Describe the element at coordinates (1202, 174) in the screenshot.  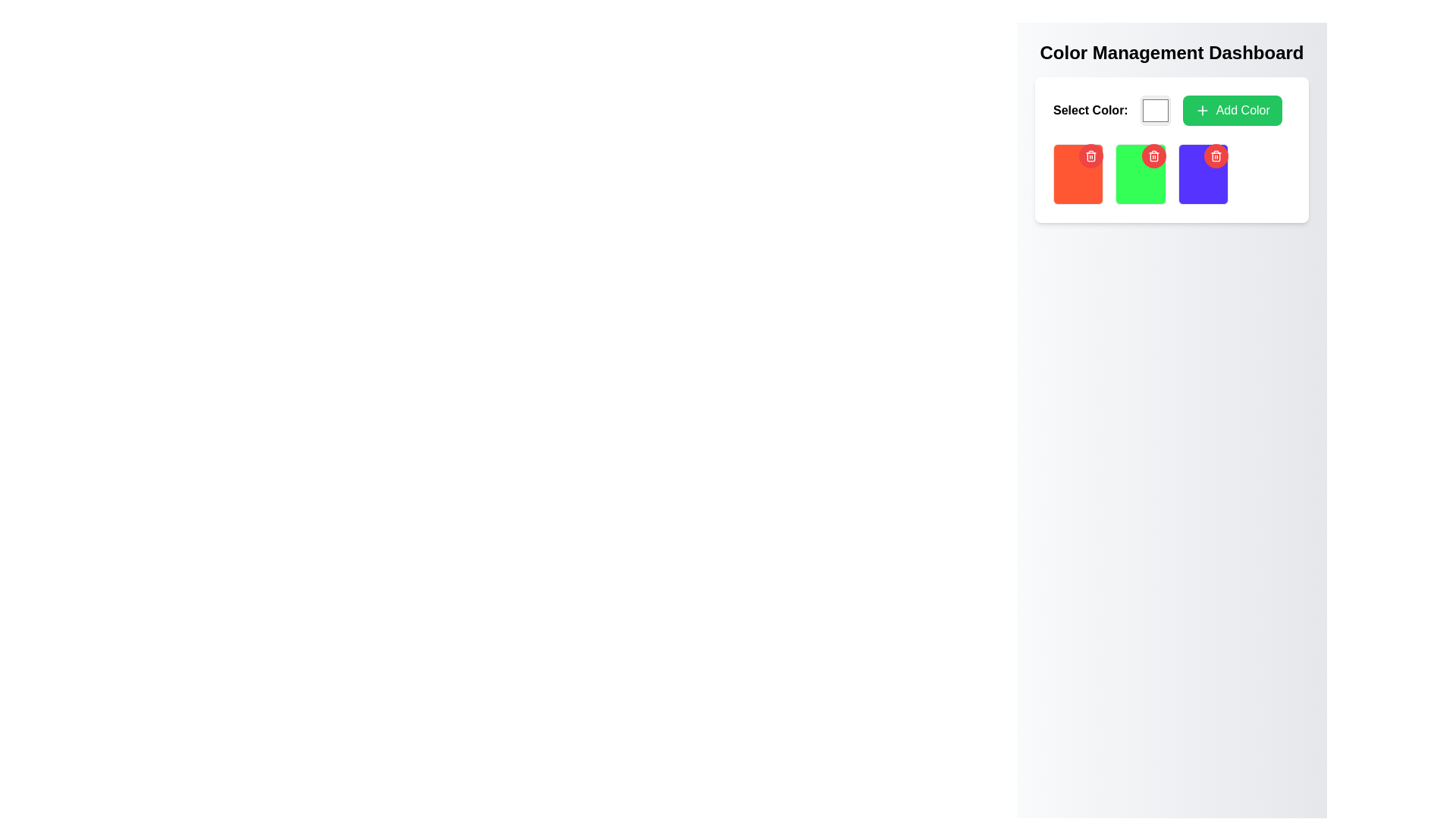
I see `the purple Interactive Card with a red circular trash icon button at the top-right corner` at that location.